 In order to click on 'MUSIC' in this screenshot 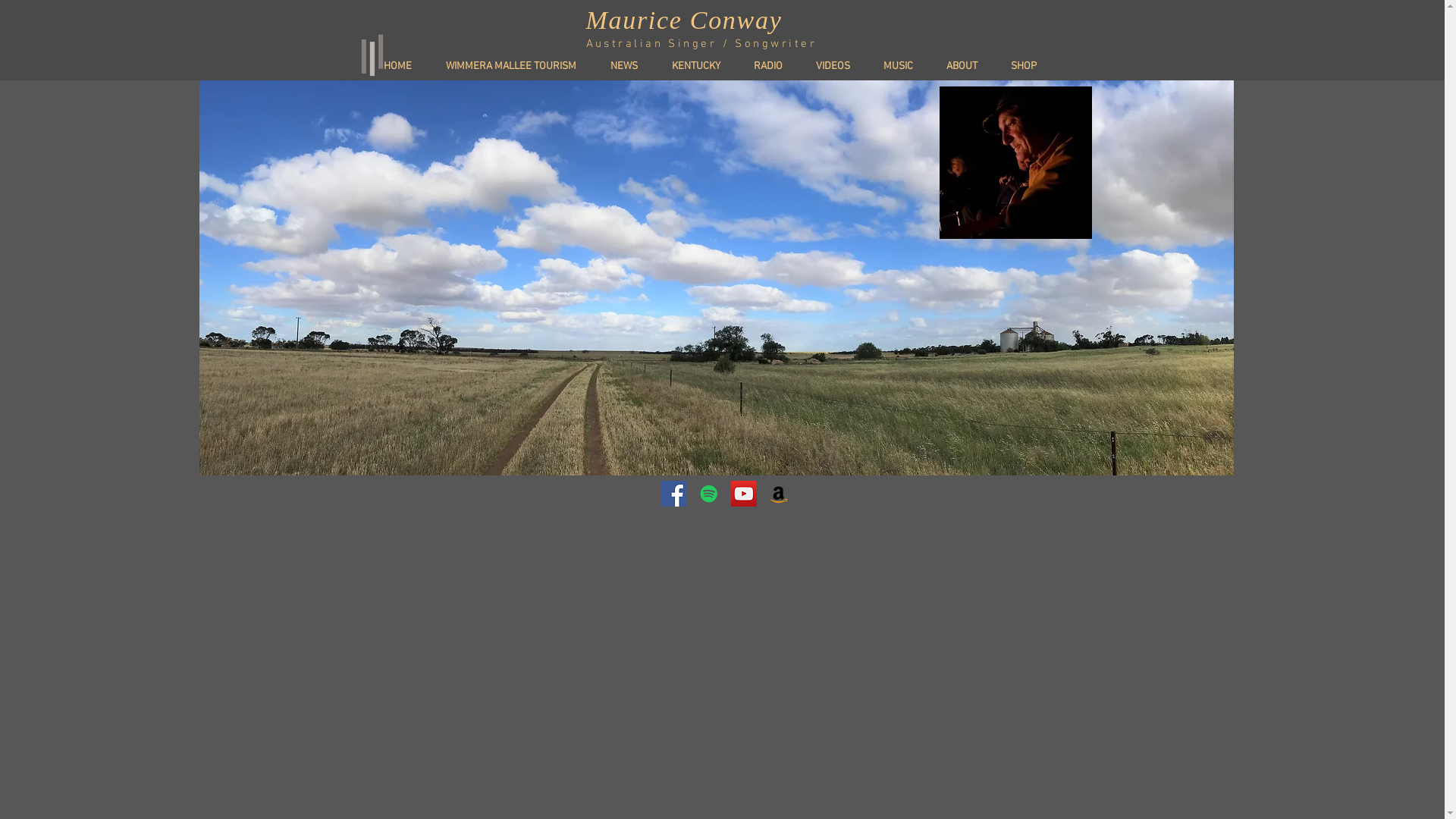, I will do `click(874, 66)`.